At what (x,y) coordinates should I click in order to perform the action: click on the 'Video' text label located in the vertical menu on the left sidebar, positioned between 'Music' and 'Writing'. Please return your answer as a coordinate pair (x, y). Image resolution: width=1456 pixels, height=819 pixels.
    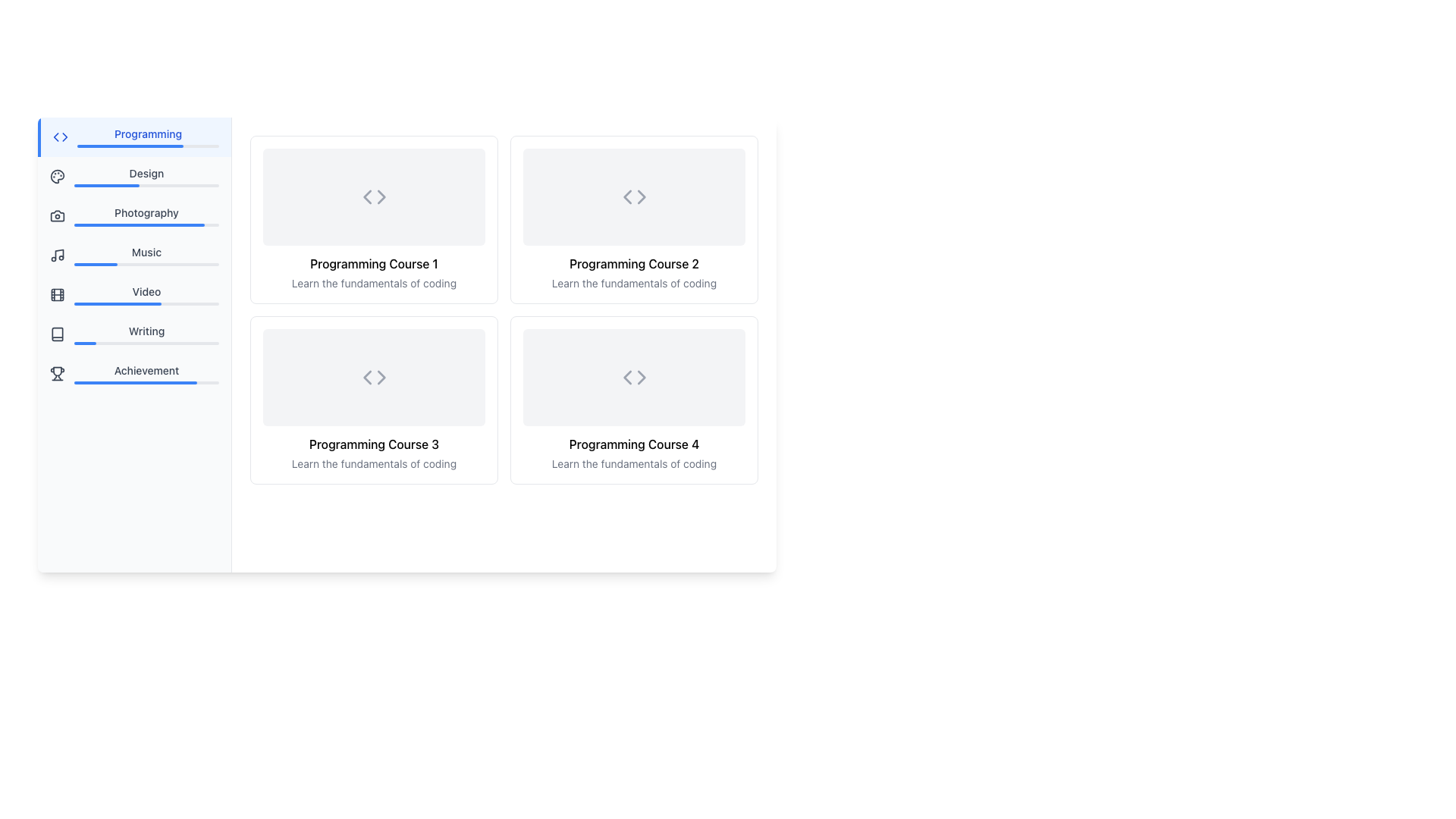
    Looking at the image, I should click on (146, 292).